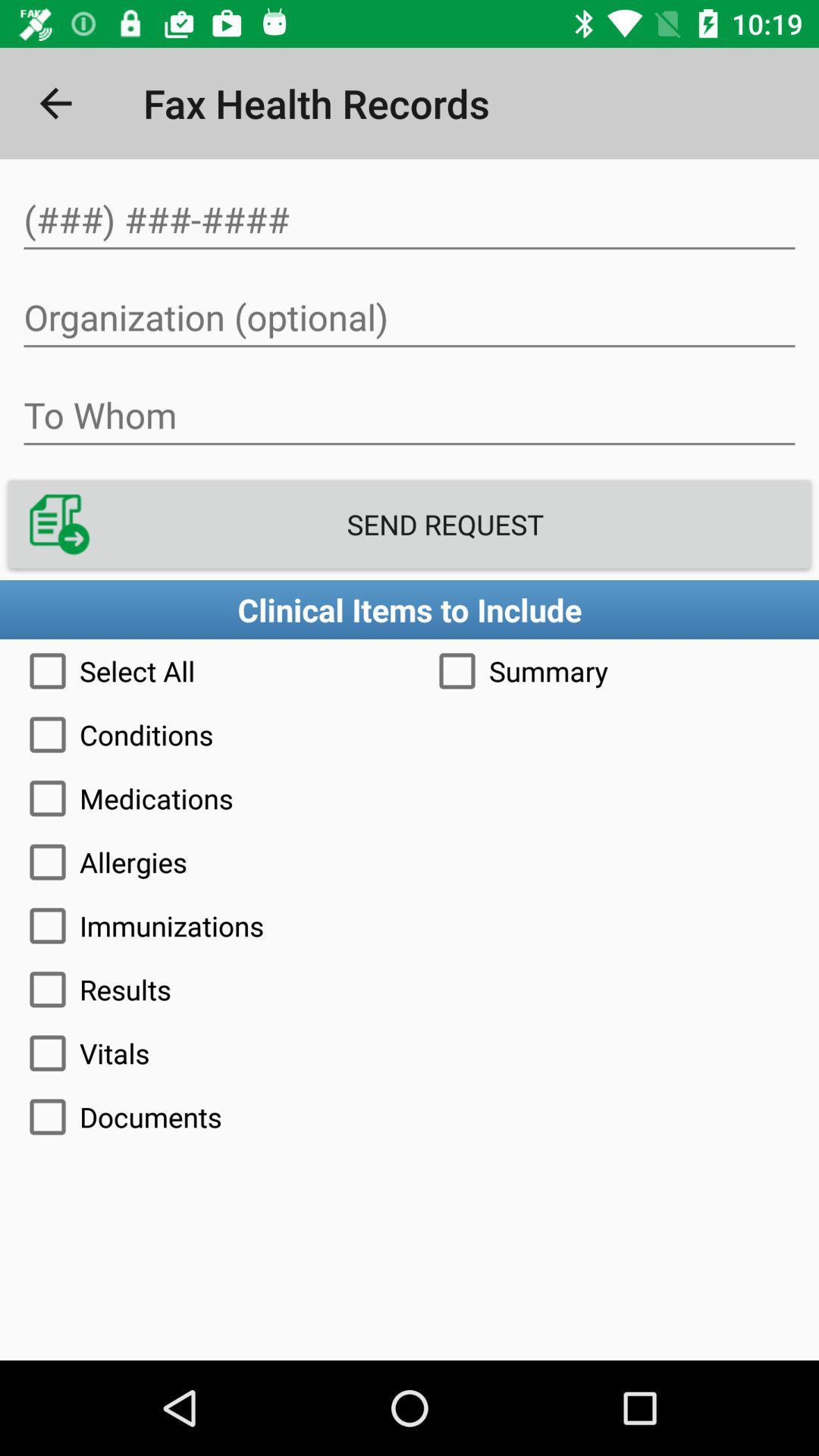  I want to click on the icon above conditions, so click(614, 670).